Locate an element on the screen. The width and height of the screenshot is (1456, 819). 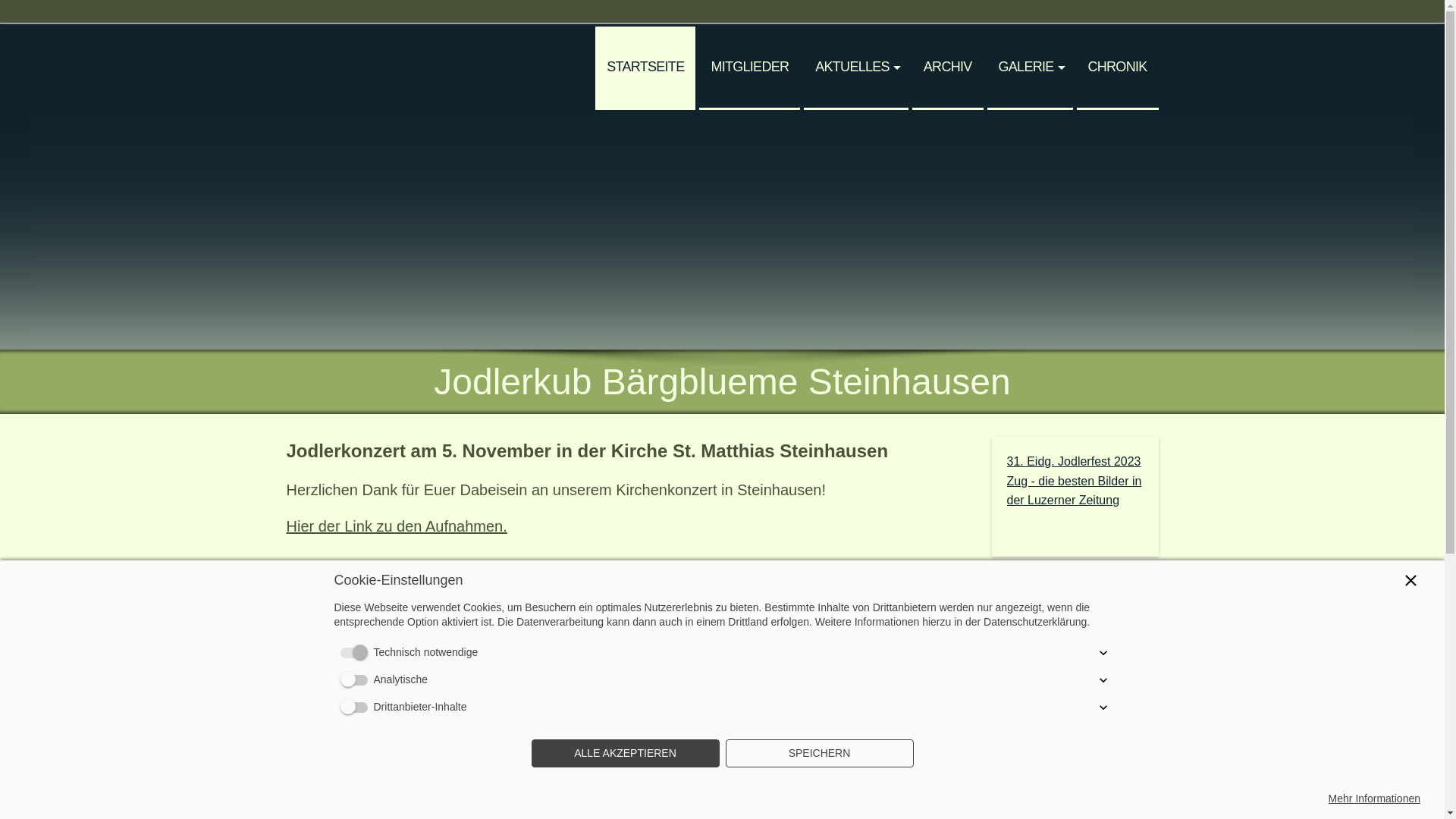
'CHRONIK' is located at coordinates (1117, 67).